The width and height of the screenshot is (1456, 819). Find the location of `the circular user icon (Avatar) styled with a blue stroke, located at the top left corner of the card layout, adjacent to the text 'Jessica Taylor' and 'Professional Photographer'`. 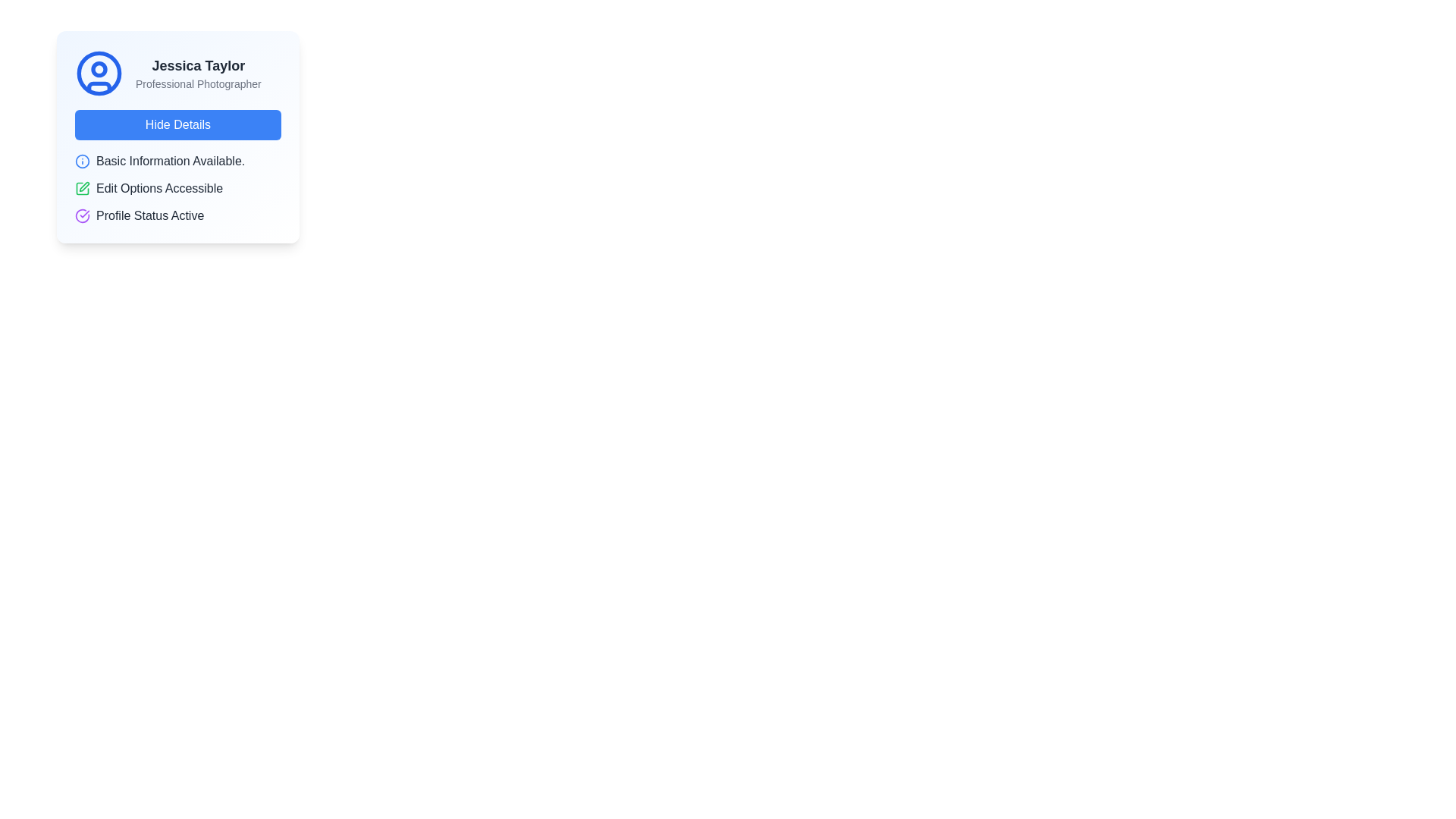

the circular user icon (Avatar) styled with a blue stroke, located at the top left corner of the card layout, adjacent to the text 'Jessica Taylor' and 'Professional Photographer' is located at coordinates (98, 73).